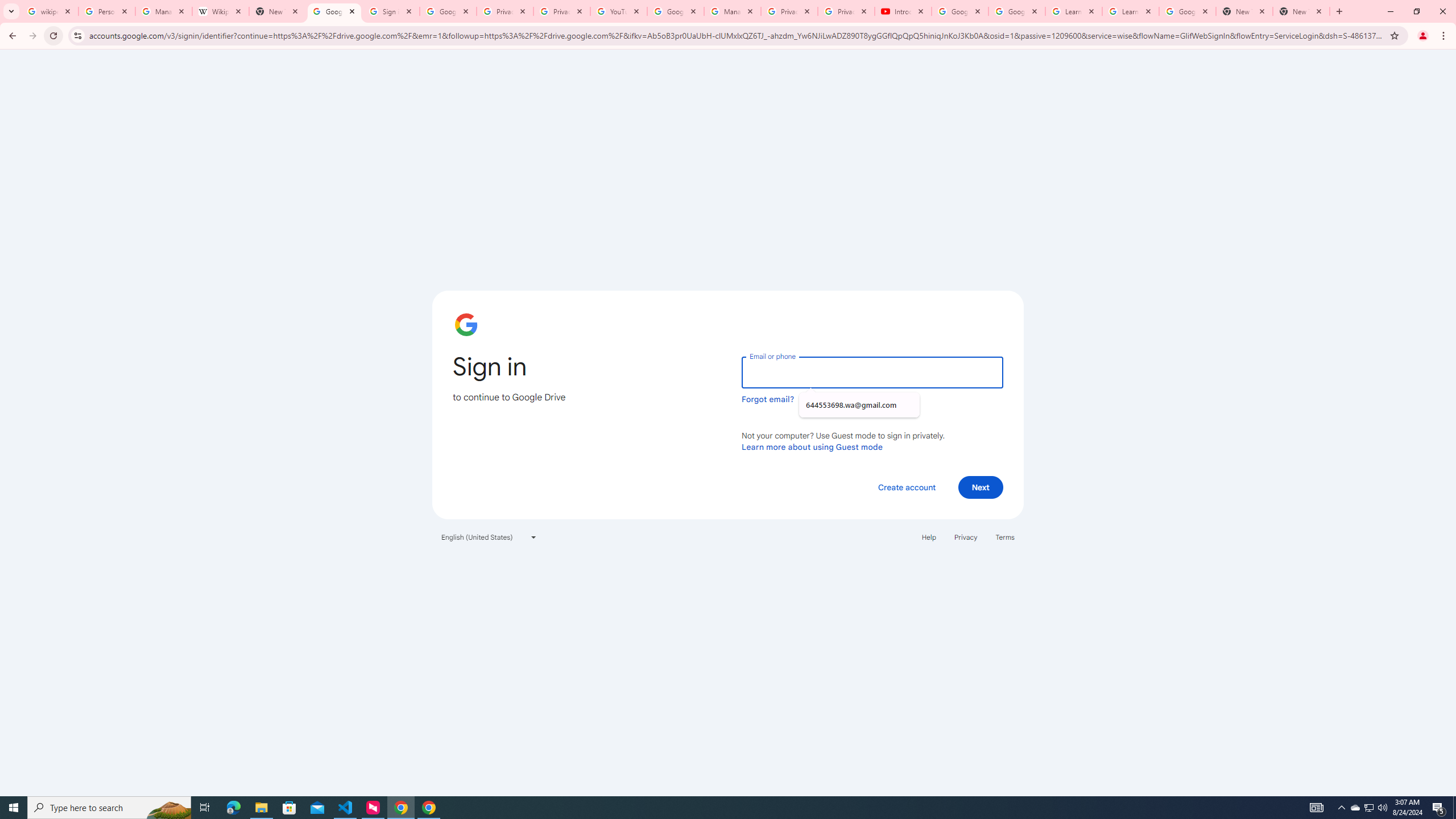  I want to click on 'Forgot email?', so click(767, 399).